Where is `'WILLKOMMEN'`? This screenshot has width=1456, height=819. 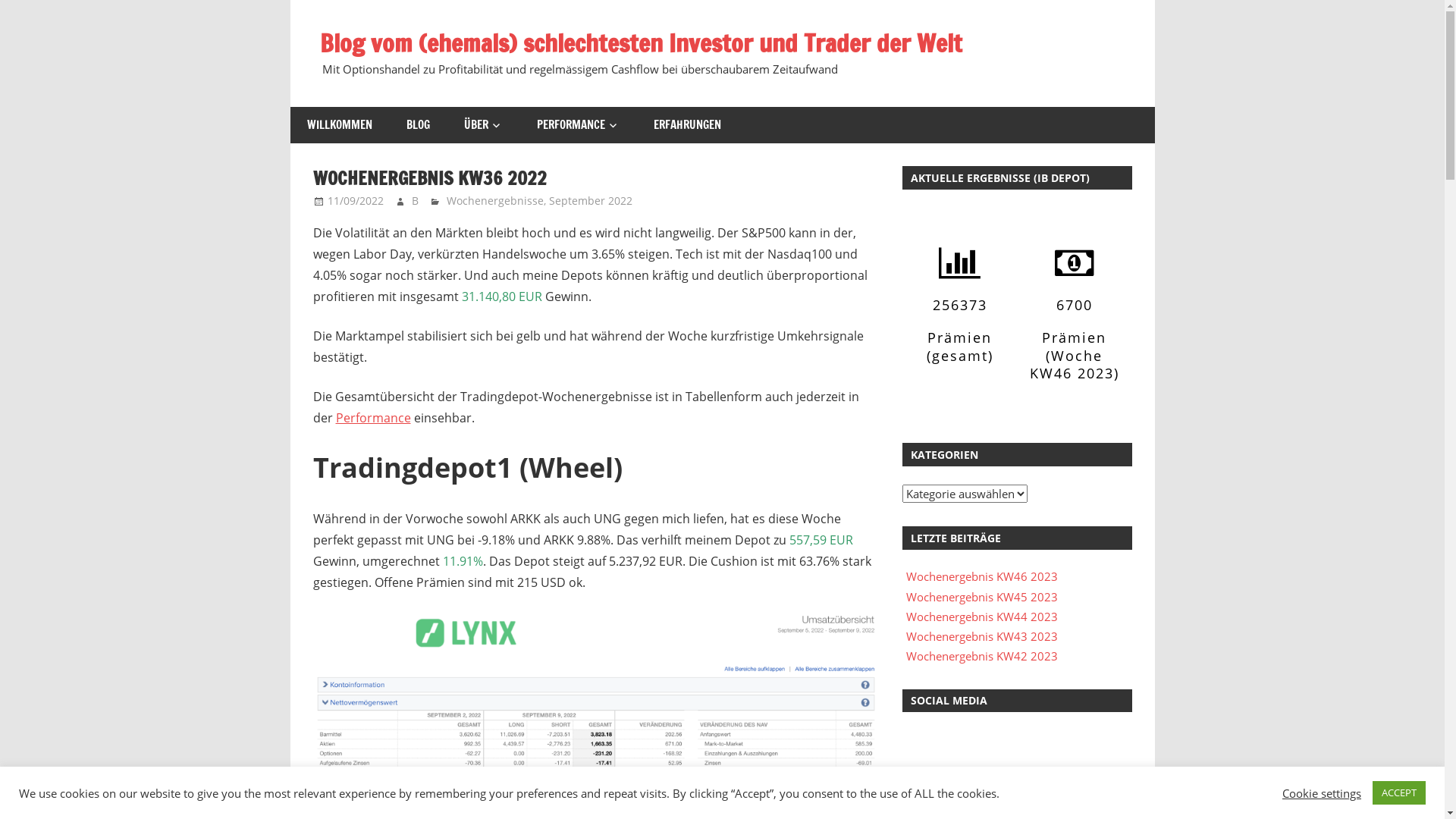
'WILLKOMMEN' is located at coordinates (338, 124).